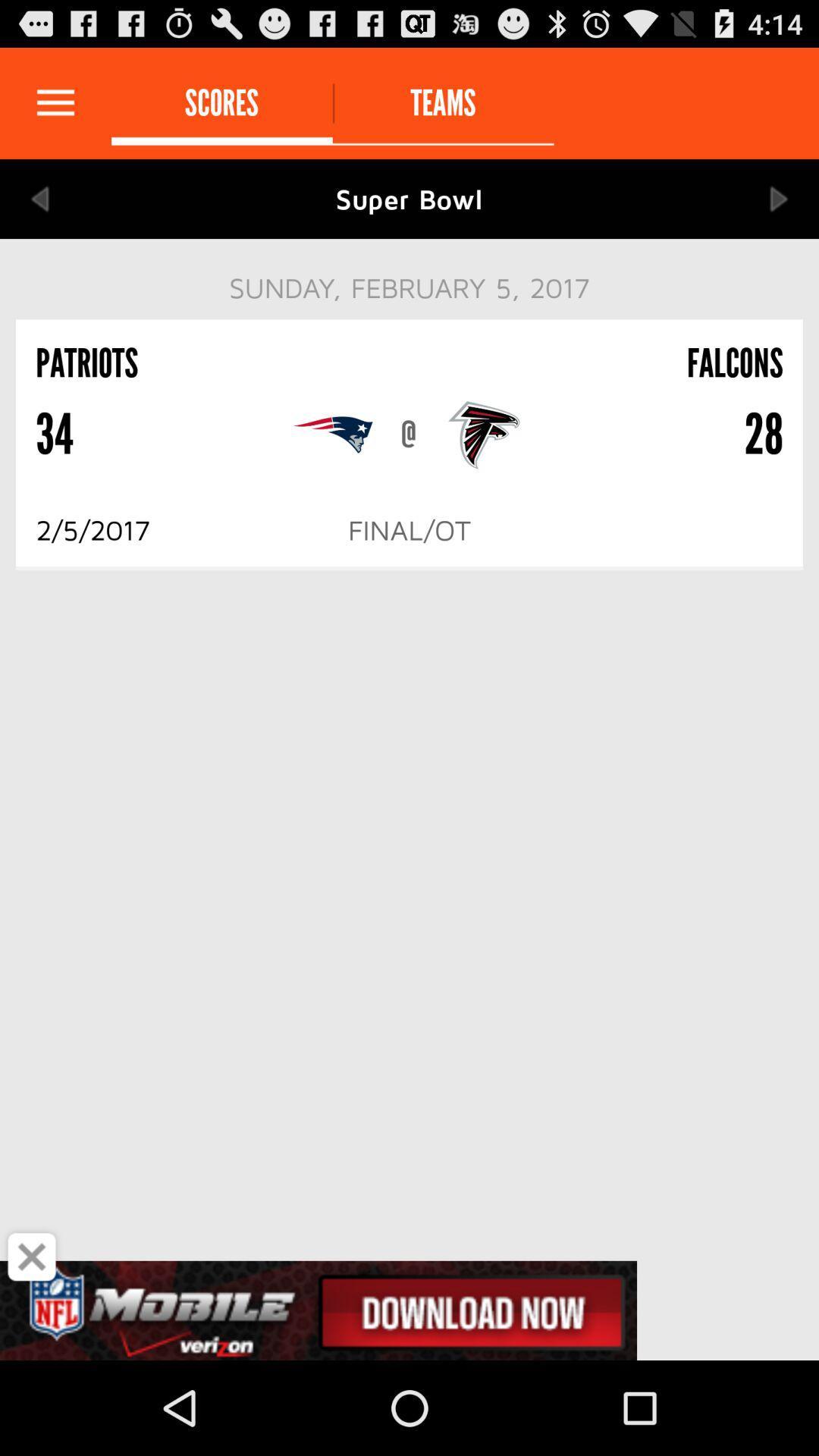 The height and width of the screenshot is (1456, 819). I want to click on the play icon, so click(779, 212).